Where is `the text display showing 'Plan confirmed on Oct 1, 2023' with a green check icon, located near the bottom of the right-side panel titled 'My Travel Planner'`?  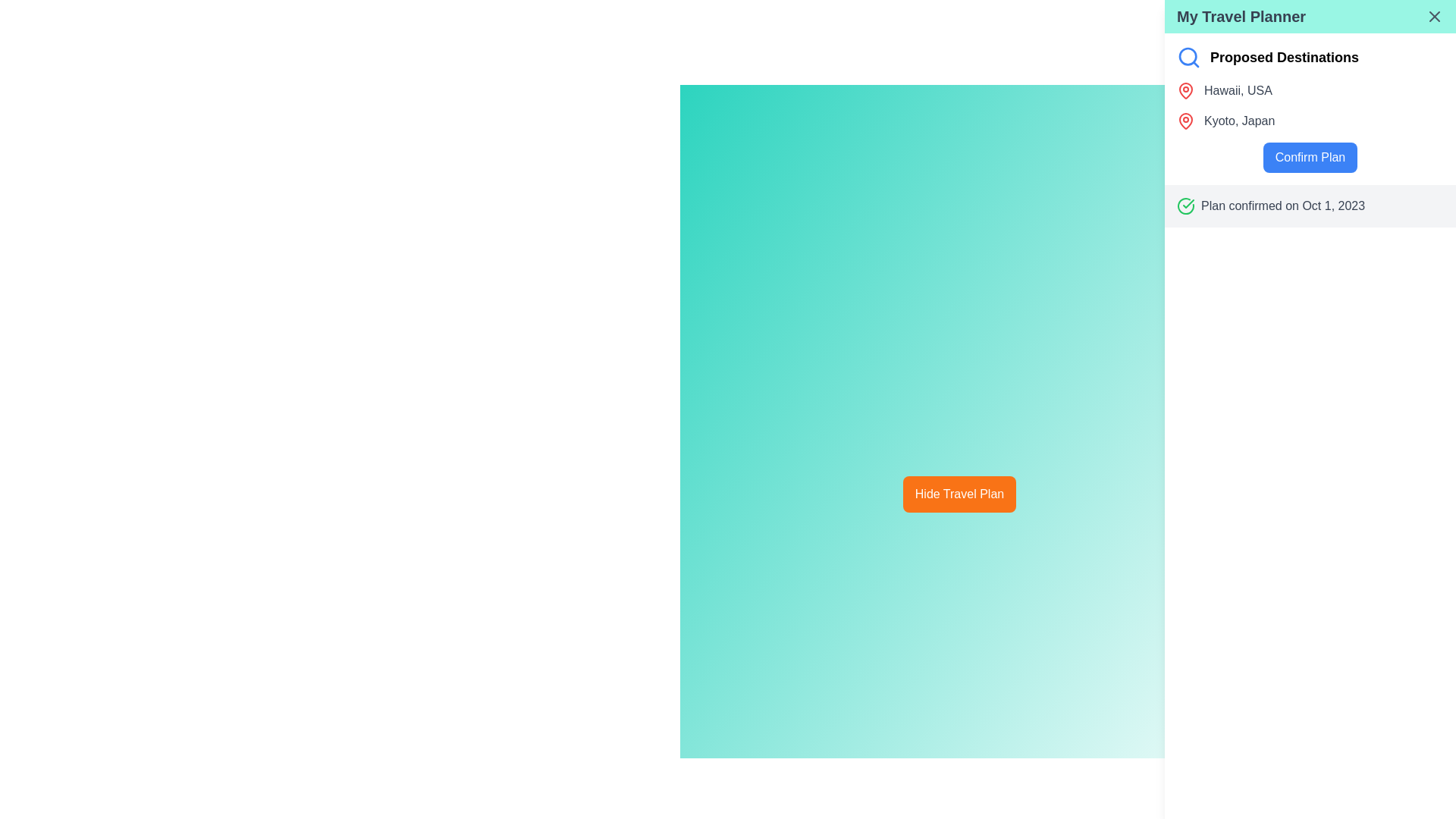
the text display showing 'Plan confirmed on Oct 1, 2023' with a green check icon, located near the bottom of the right-side panel titled 'My Travel Planner' is located at coordinates (1310, 206).